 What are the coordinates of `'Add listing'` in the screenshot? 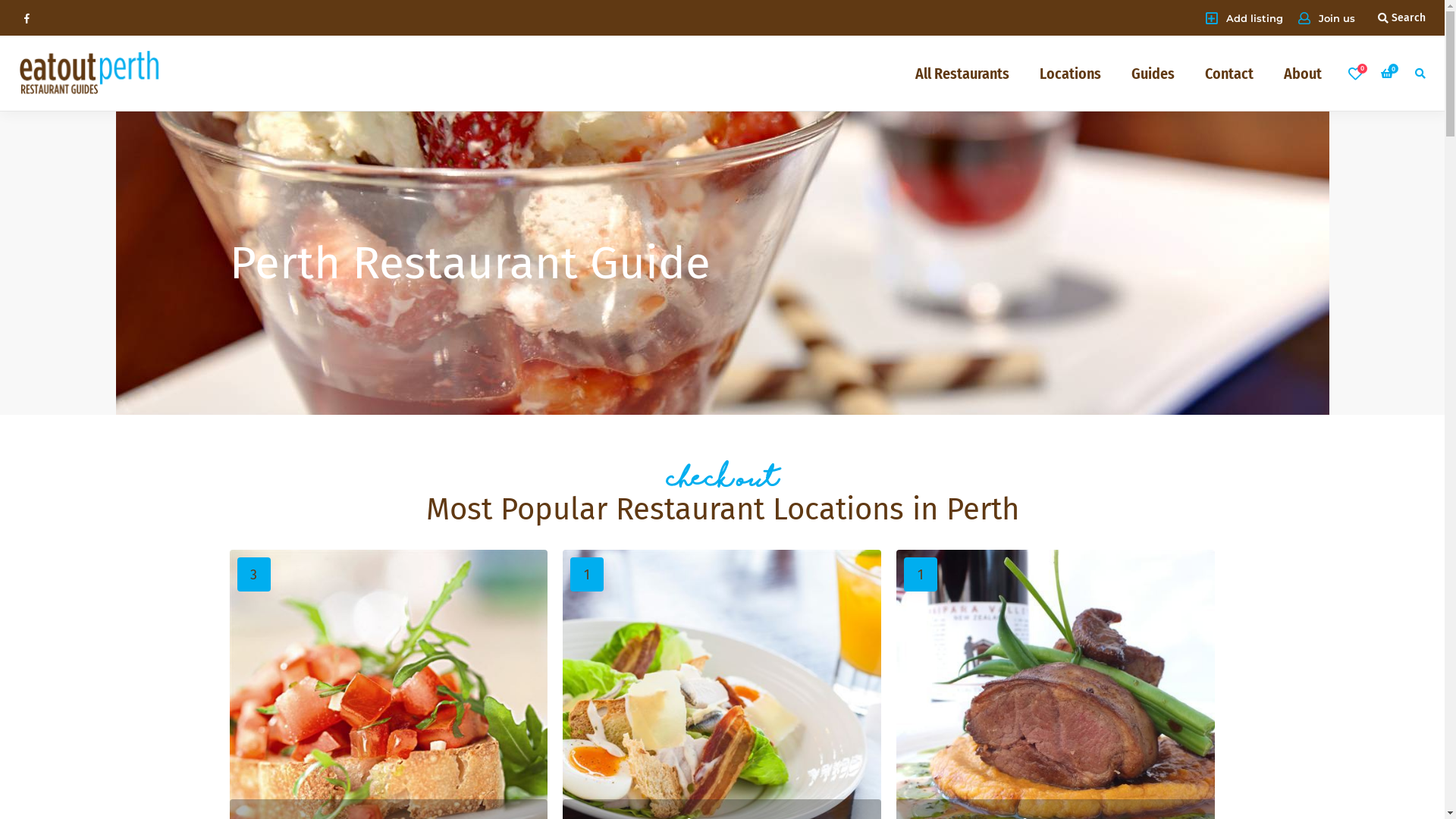 It's located at (1244, 17).